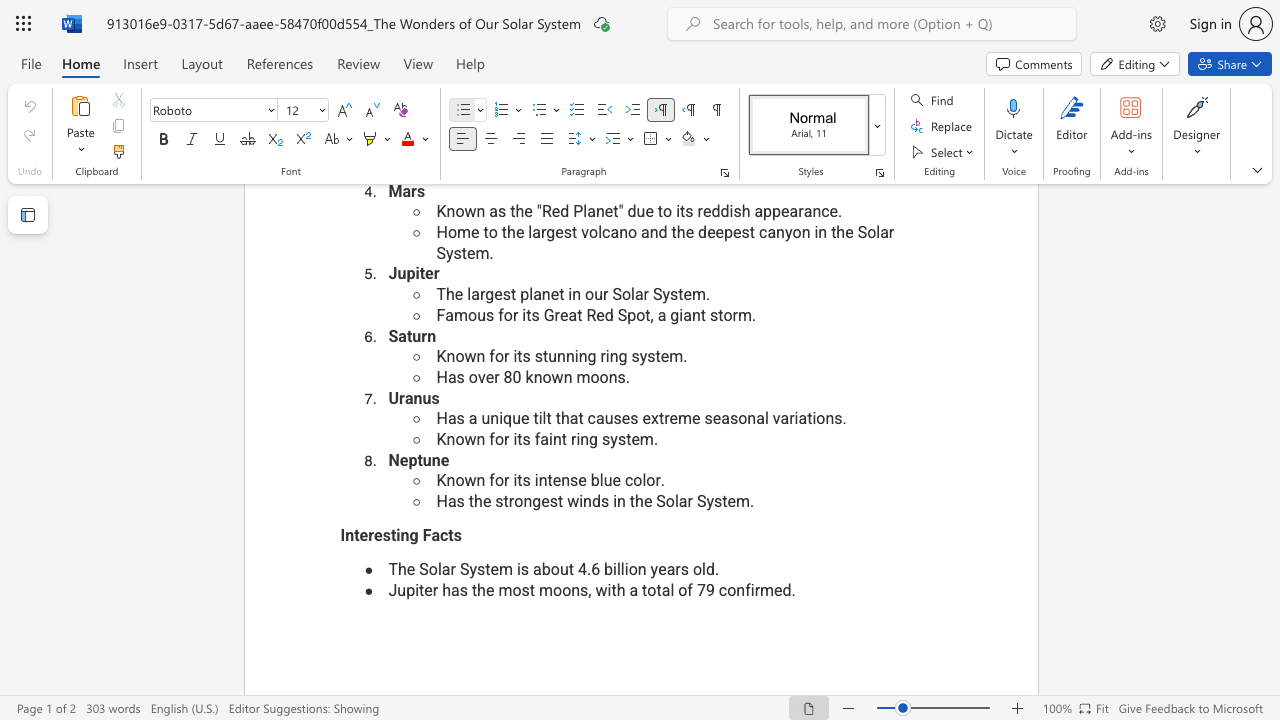  Describe the element at coordinates (462, 589) in the screenshot. I see `the 1th character "s" in the text` at that location.